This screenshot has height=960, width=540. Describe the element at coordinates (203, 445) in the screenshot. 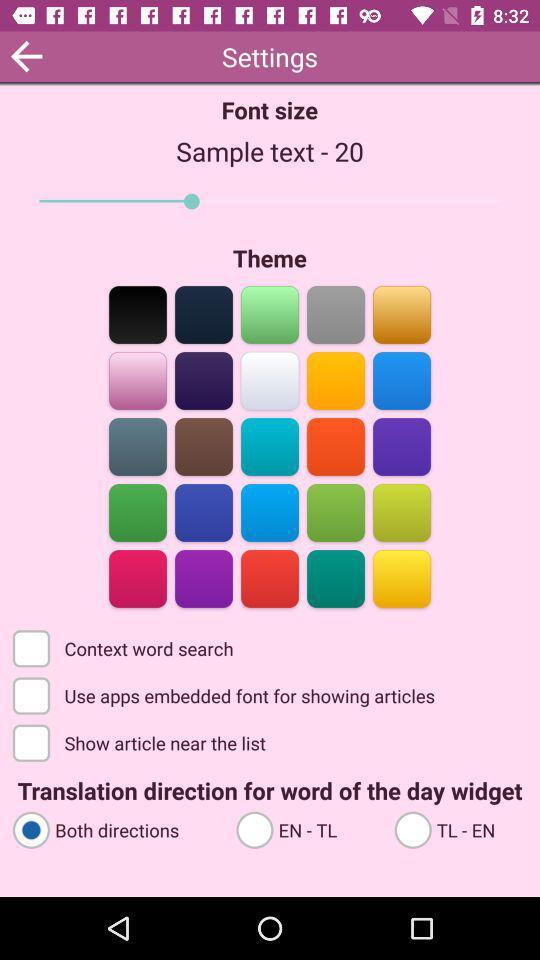

I see `color option` at that location.